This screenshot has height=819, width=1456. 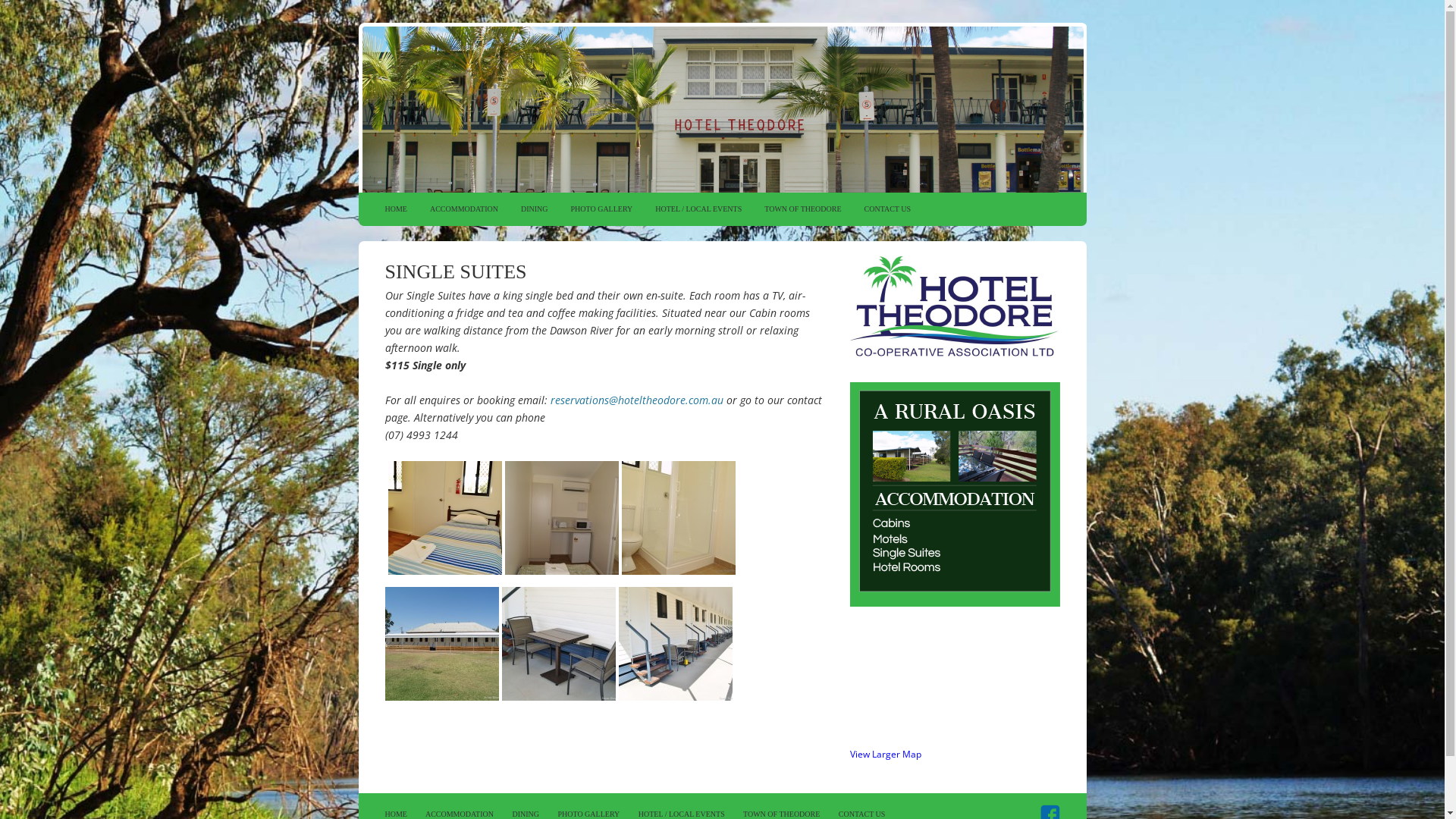 I want to click on 'HOTEL / LOCAL EVENTS', so click(x=698, y=209).